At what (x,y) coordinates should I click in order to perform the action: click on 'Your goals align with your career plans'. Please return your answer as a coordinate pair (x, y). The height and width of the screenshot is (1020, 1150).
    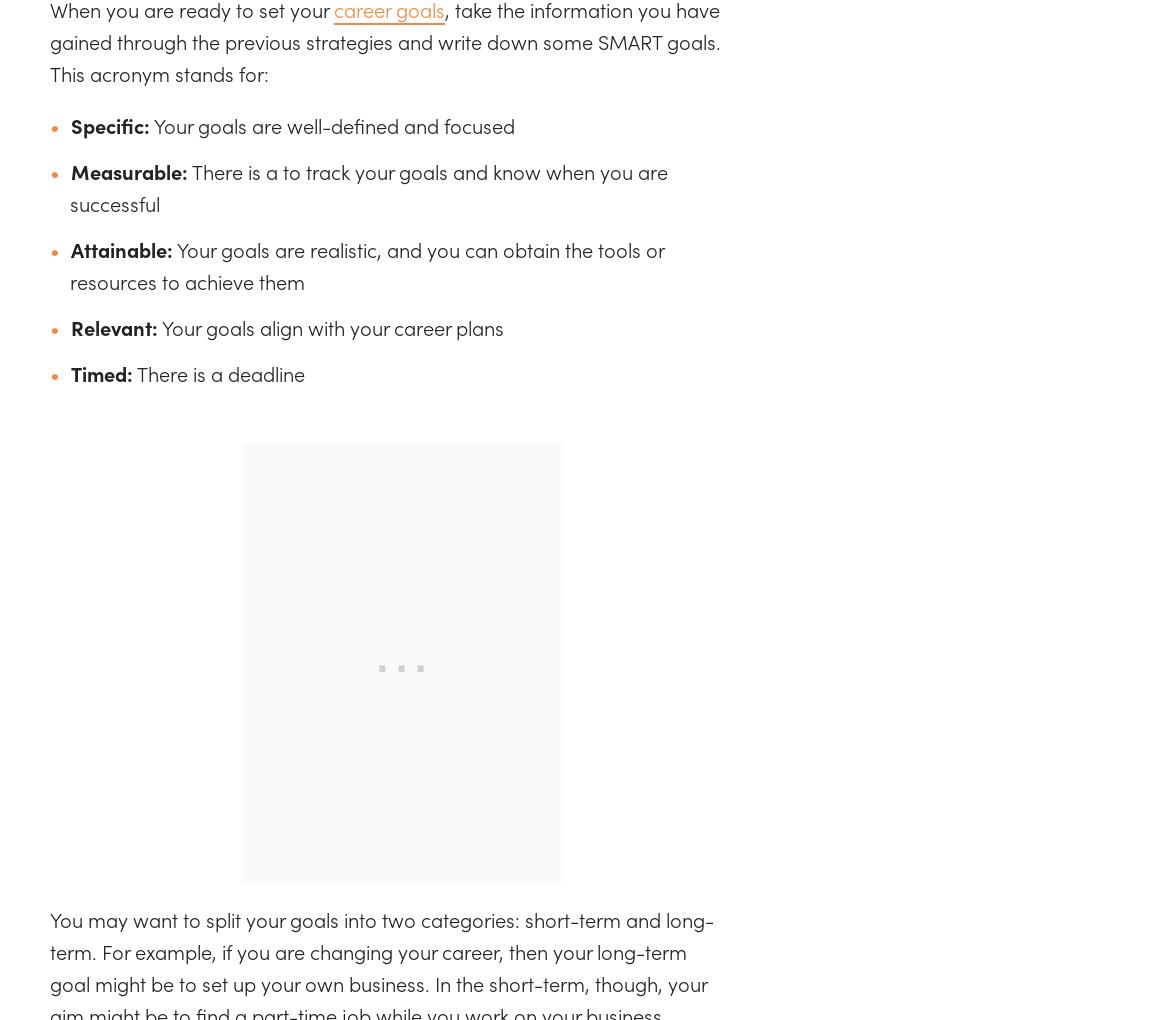
    Looking at the image, I should click on (330, 327).